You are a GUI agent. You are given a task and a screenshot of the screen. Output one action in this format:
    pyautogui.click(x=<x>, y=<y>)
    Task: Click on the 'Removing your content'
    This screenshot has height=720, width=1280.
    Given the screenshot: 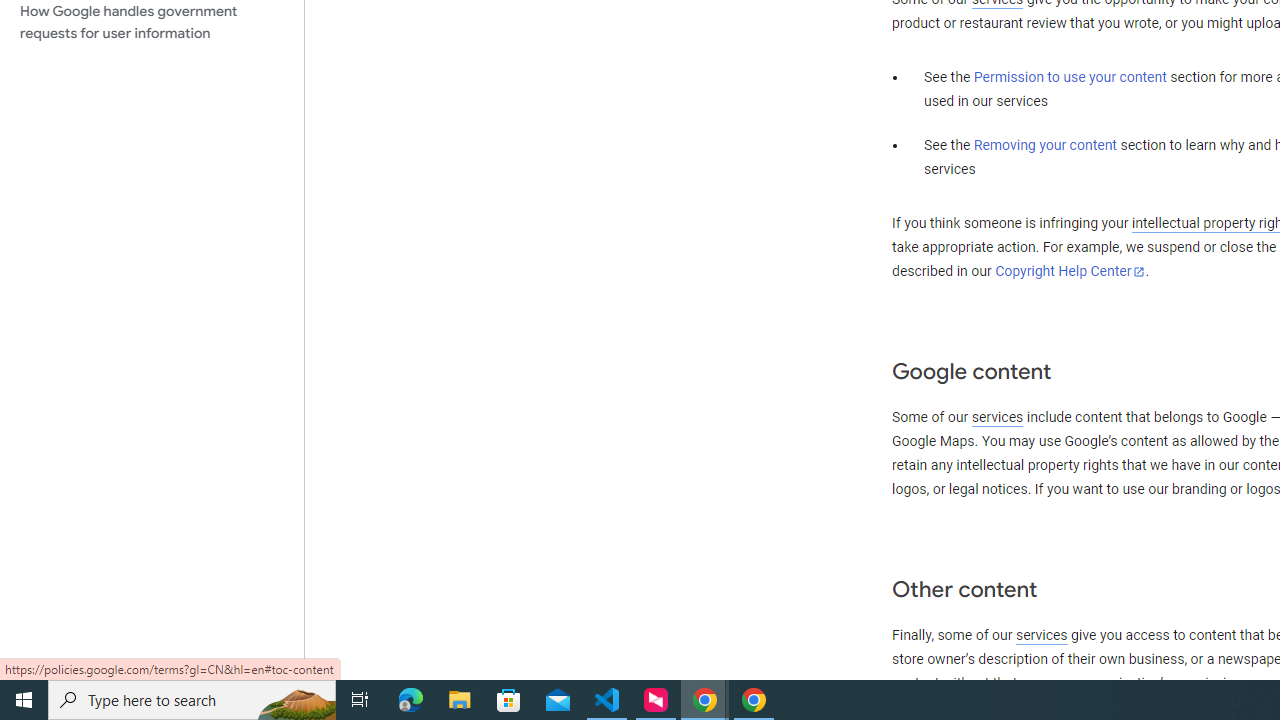 What is the action you would take?
    pyautogui.click(x=1044, y=144)
    